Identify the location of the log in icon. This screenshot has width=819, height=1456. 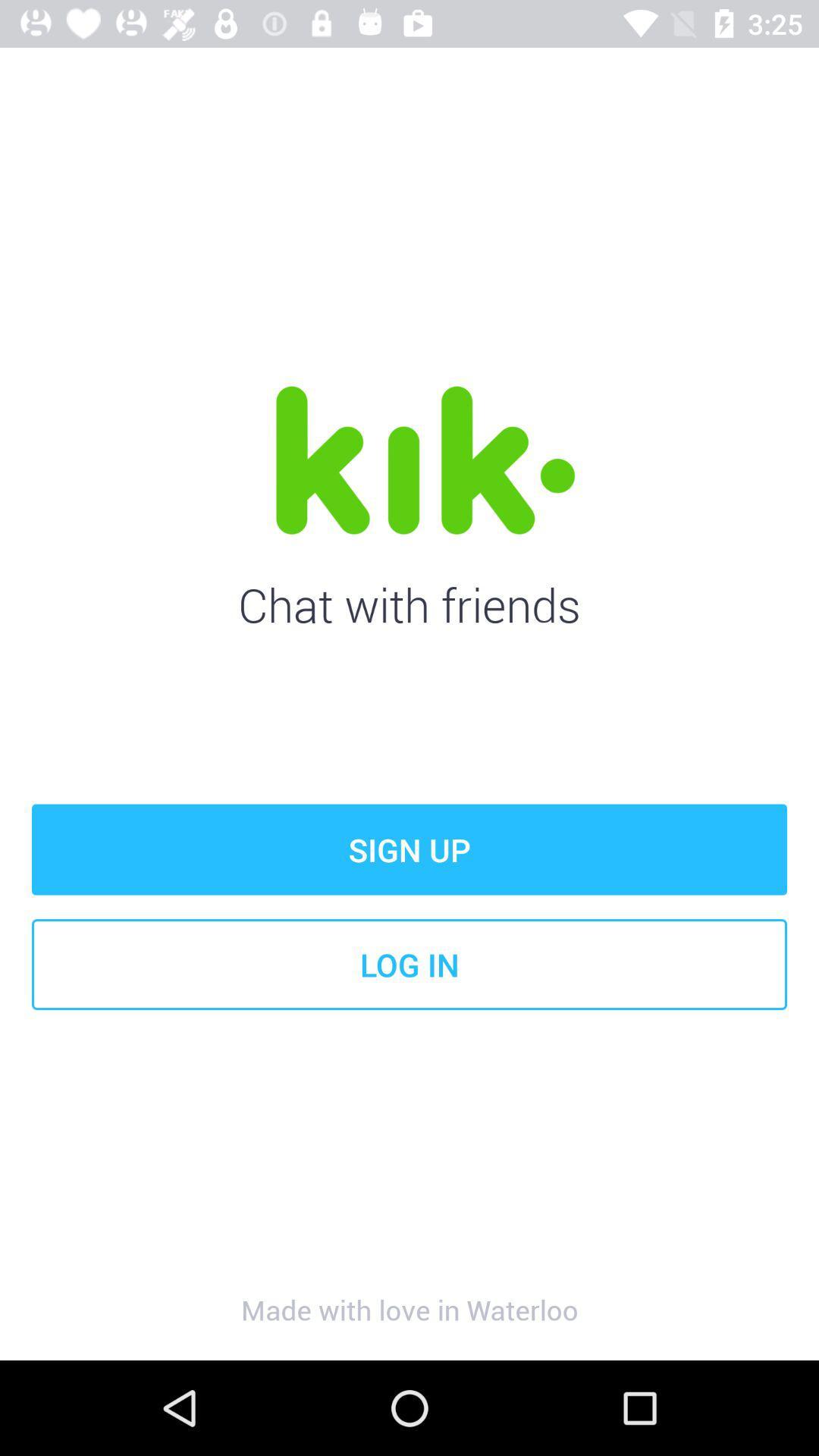
(409, 964).